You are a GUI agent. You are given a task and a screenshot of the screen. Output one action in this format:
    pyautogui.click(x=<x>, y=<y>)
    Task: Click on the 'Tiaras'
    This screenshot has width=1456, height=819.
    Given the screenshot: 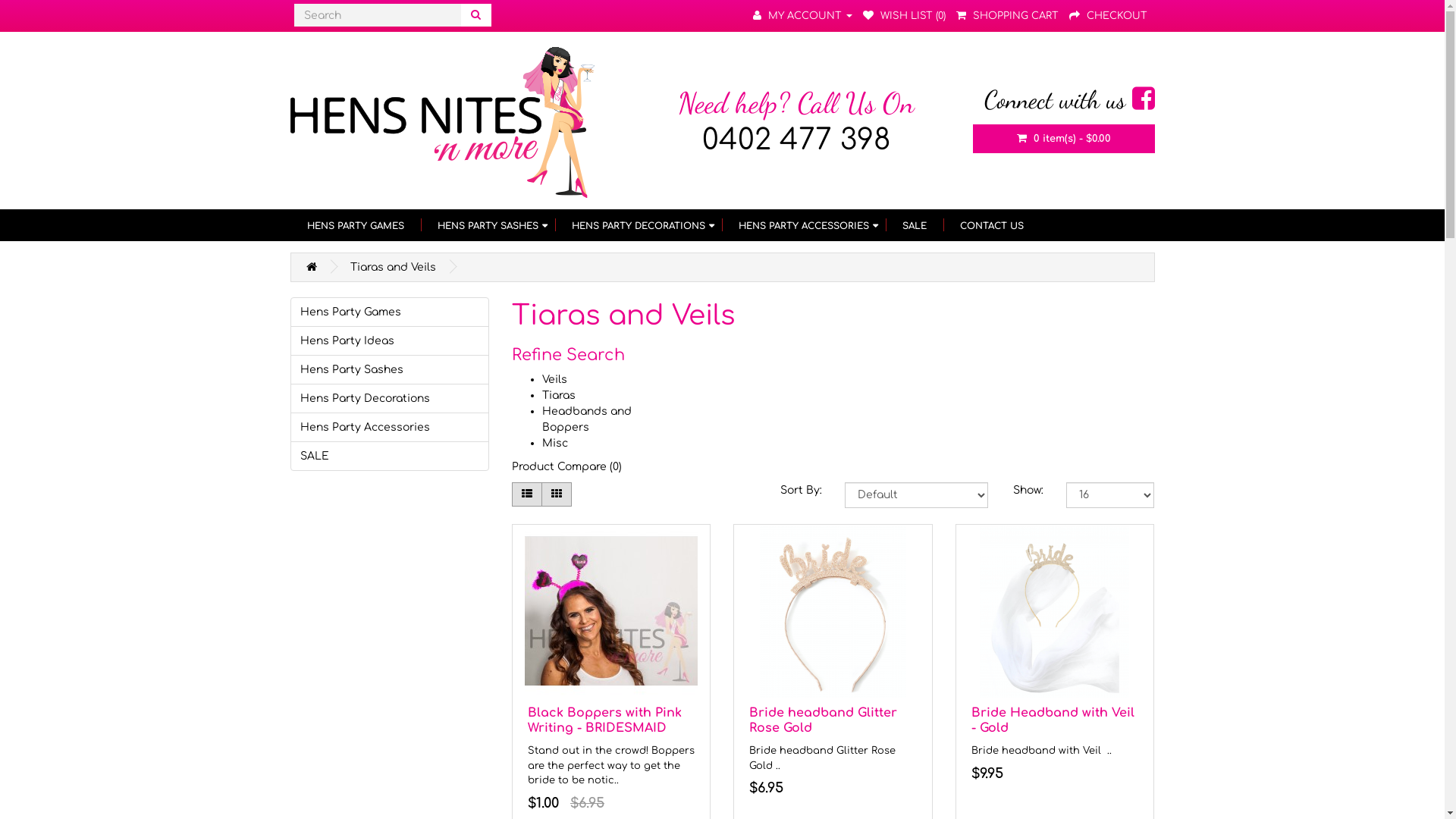 What is the action you would take?
    pyautogui.click(x=558, y=394)
    